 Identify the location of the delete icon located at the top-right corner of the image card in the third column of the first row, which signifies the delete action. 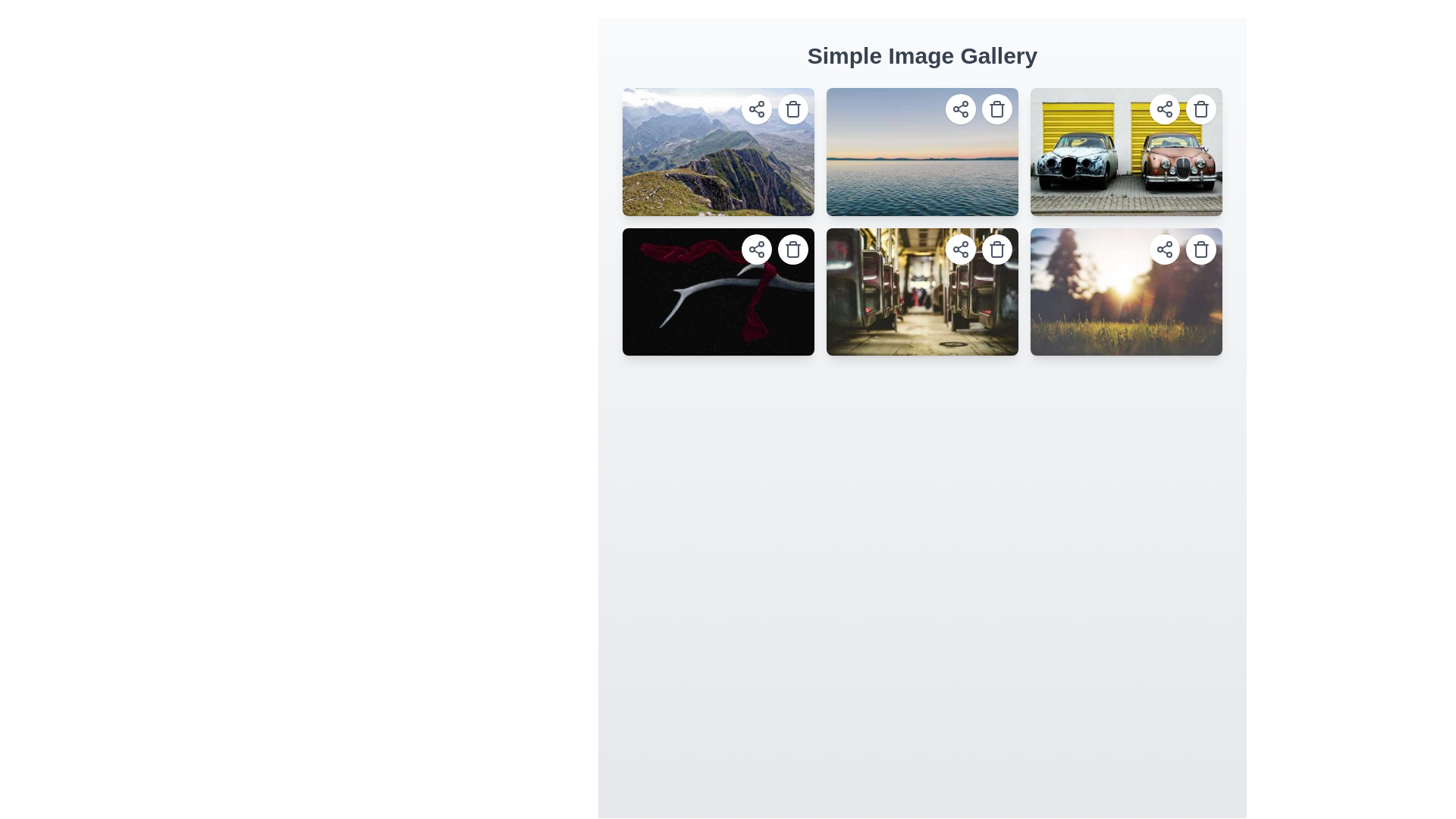
(1200, 108).